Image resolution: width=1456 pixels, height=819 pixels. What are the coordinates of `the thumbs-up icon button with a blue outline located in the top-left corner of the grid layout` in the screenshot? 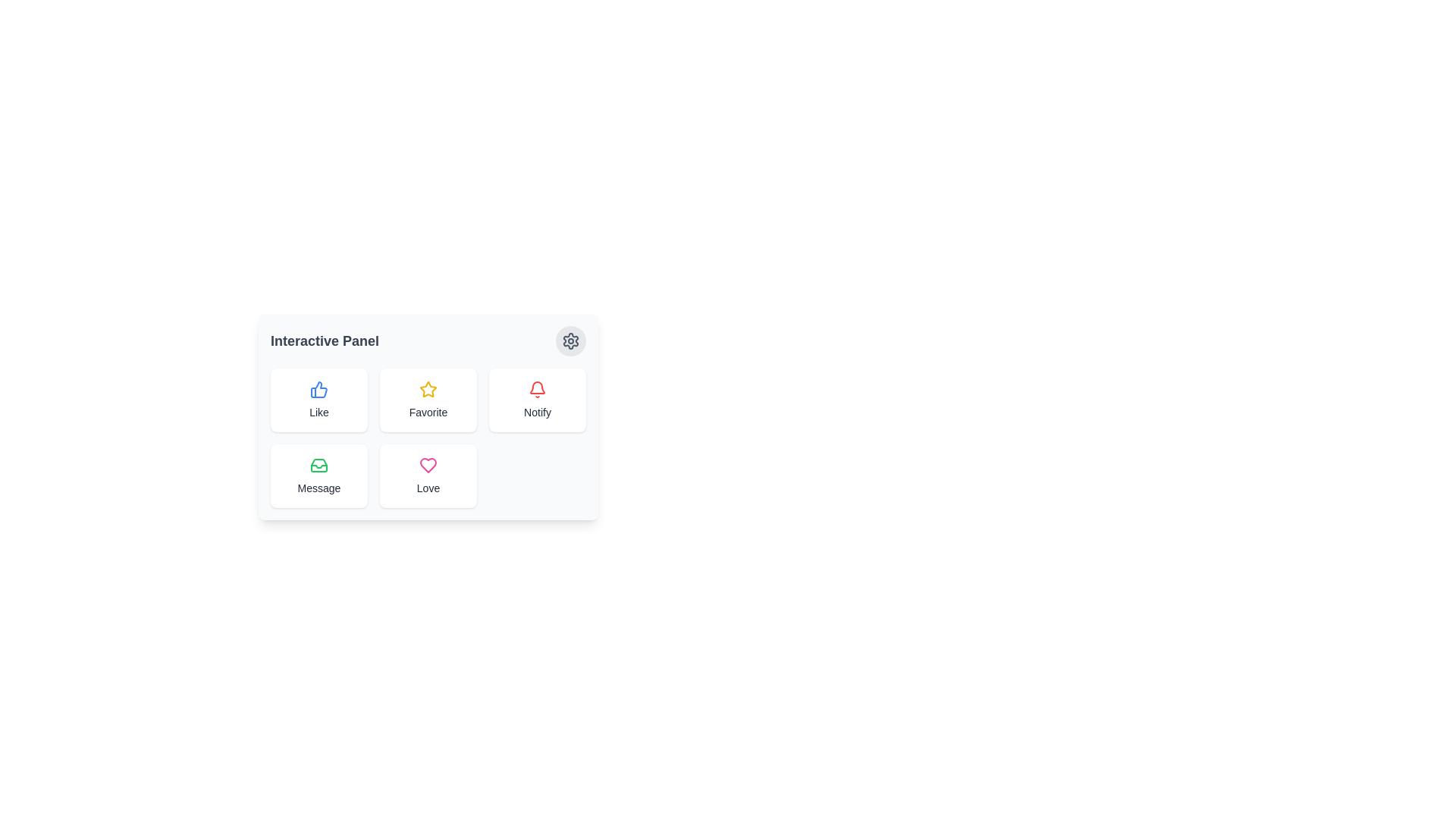 It's located at (318, 388).